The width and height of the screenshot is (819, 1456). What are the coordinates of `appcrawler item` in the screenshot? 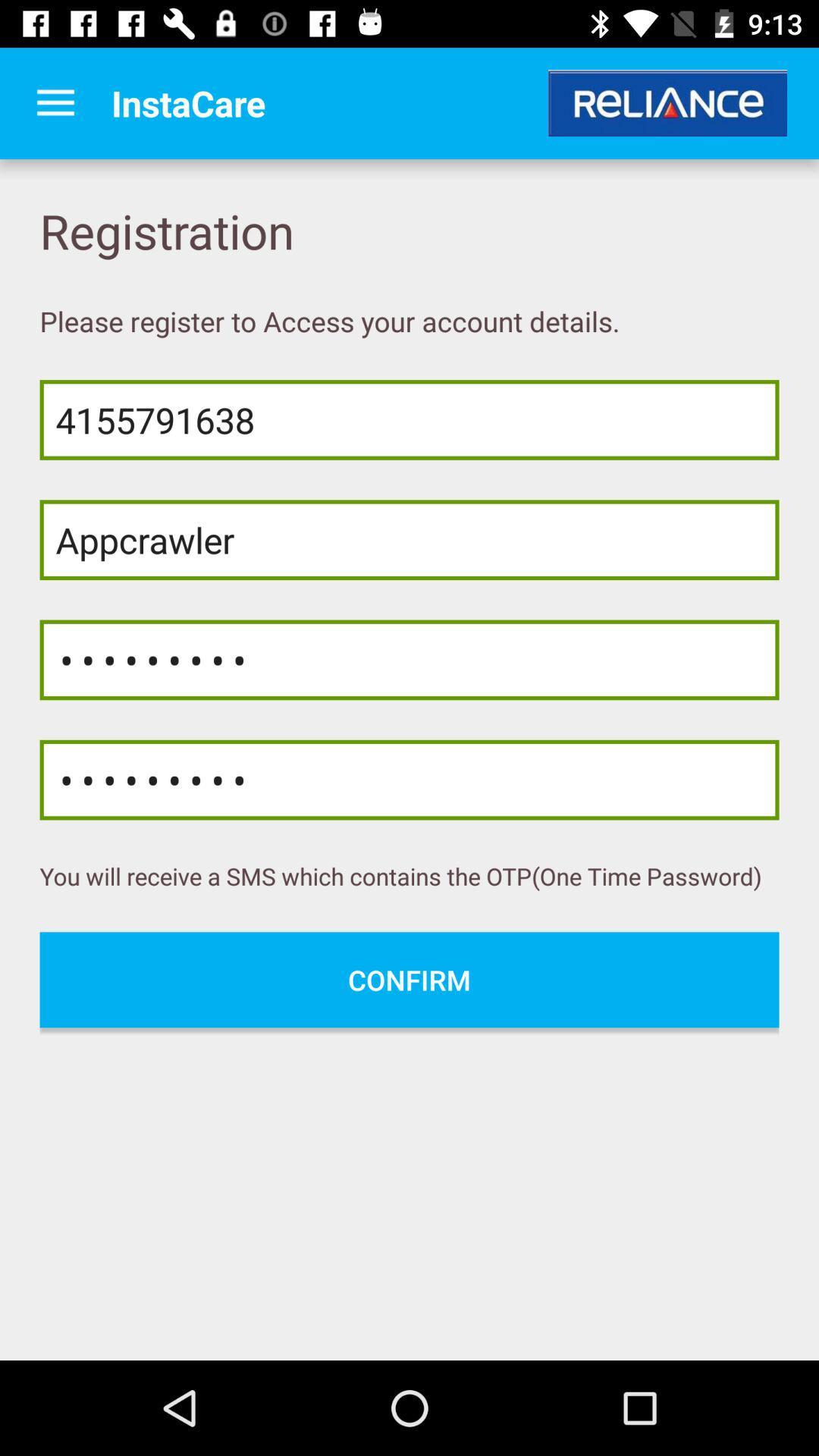 It's located at (409, 540).